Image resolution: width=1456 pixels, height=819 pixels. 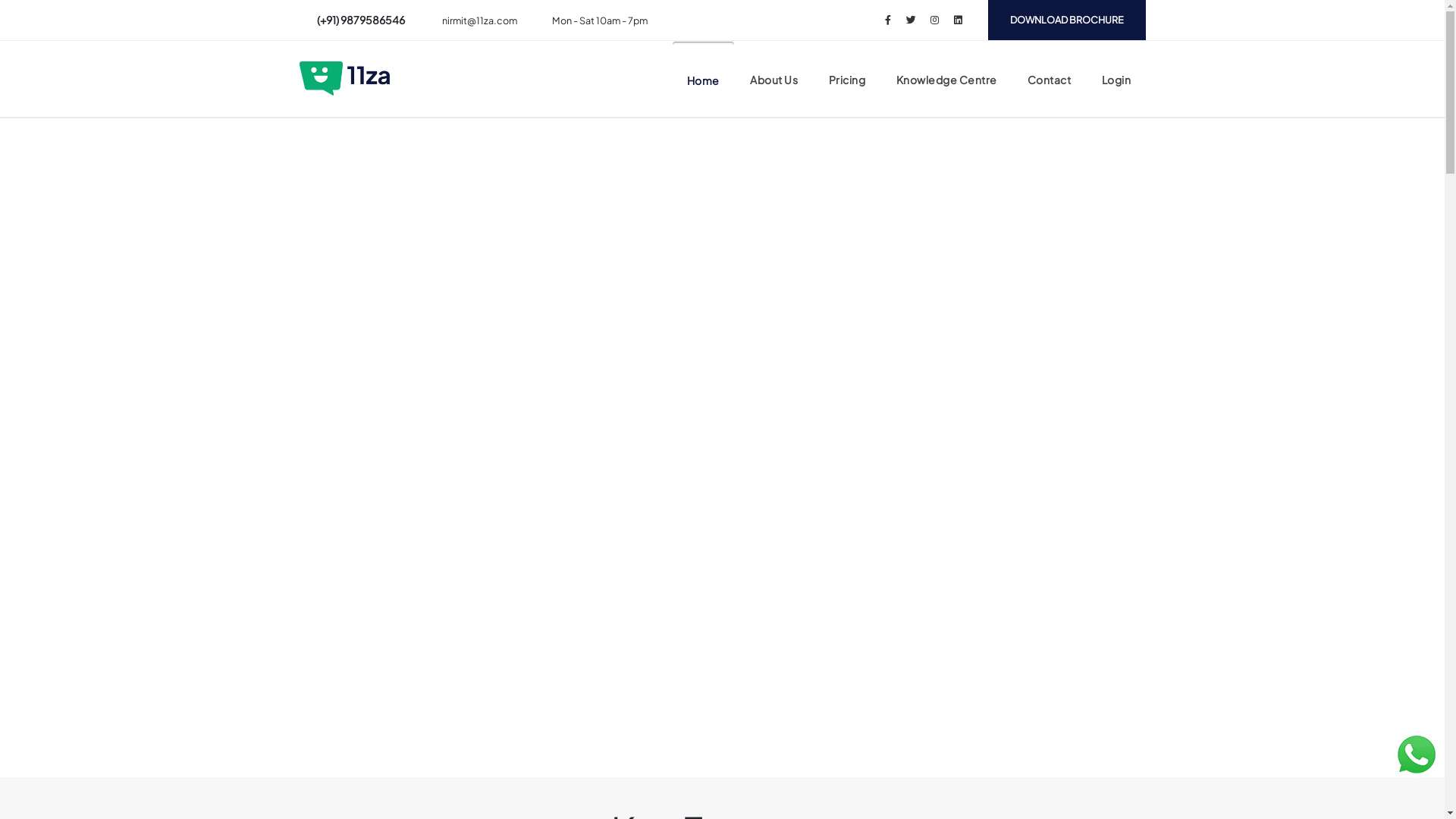 I want to click on 'nirmit@11za.com', so click(x=478, y=20).